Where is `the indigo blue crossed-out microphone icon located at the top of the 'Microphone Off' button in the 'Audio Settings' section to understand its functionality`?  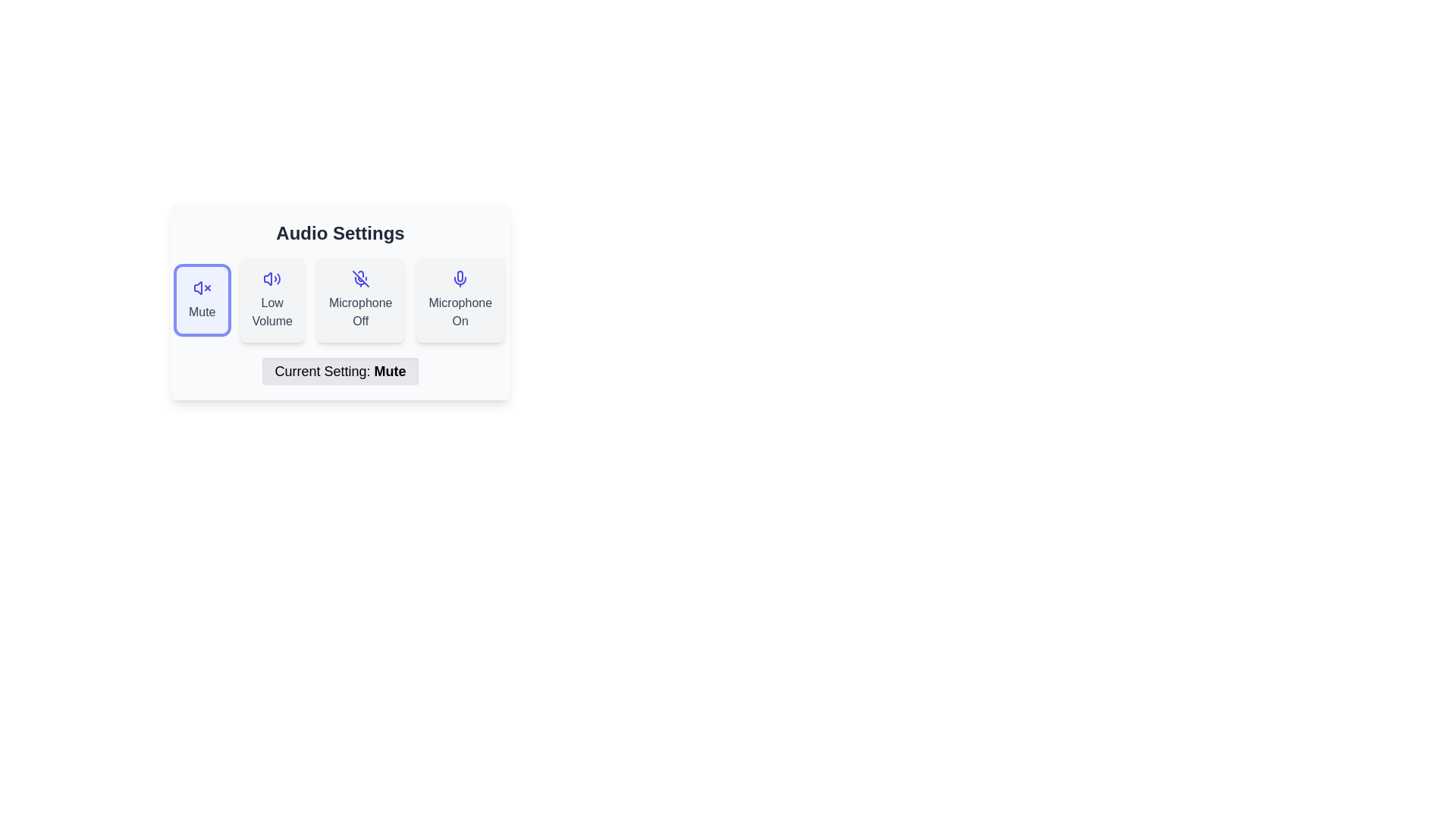 the indigo blue crossed-out microphone icon located at the top of the 'Microphone Off' button in the 'Audio Settings' section to understand its functionality is located at coordinates (359, 278).